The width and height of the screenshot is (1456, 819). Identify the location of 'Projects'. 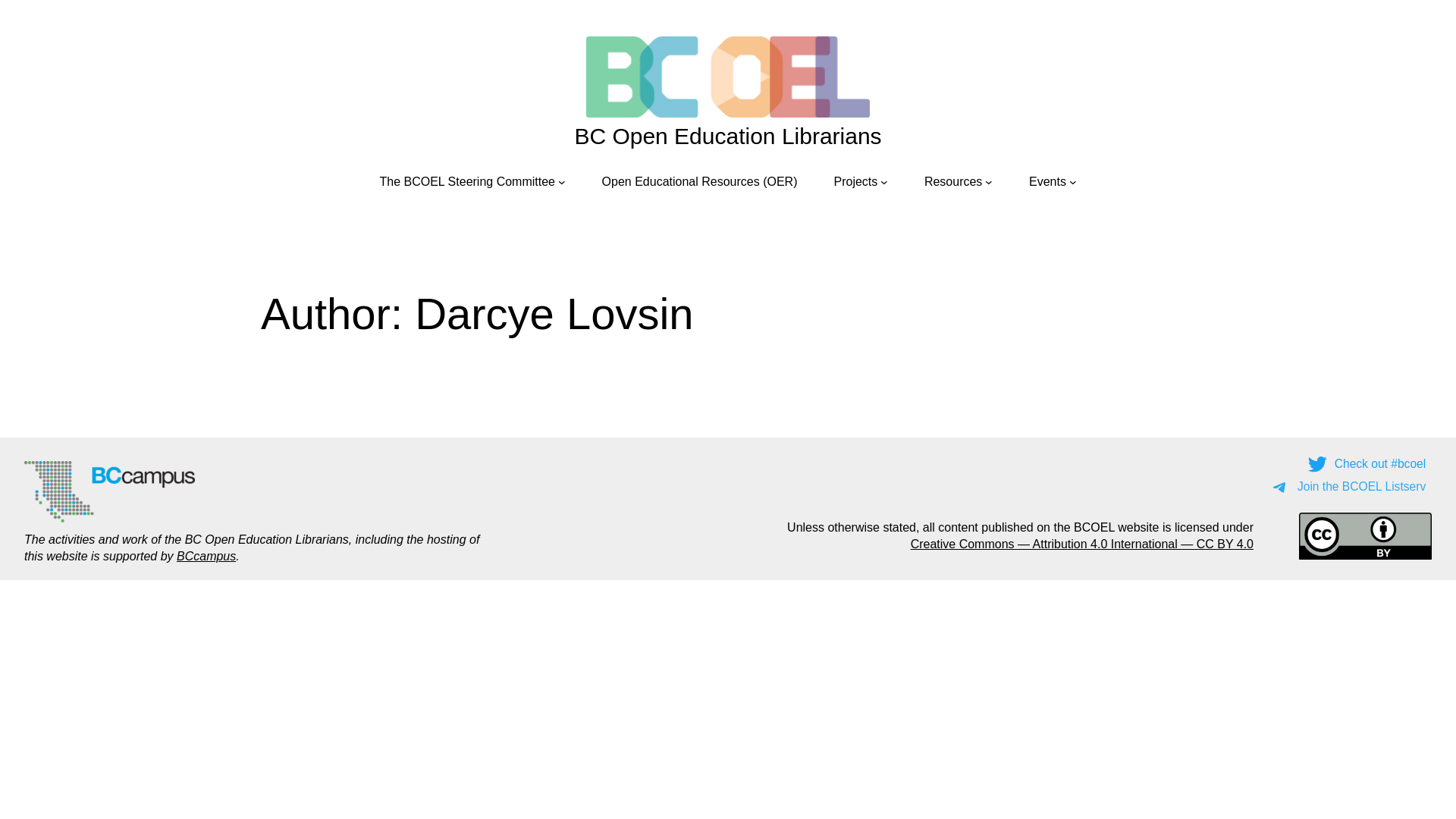
(855, 180).